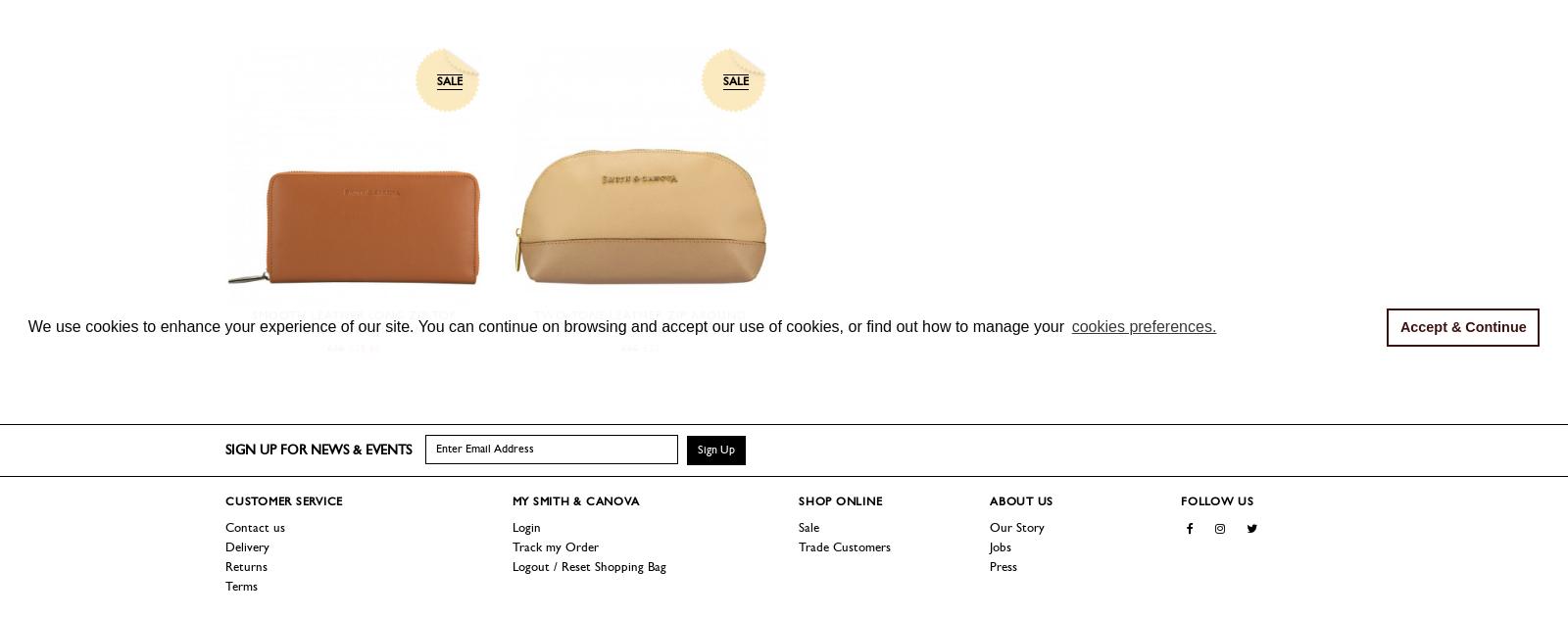 This screenshot has height=617, width=1568. Describe the element at coordinates (364, 348) in the screenshot. I see `'£28.80'` at that location.